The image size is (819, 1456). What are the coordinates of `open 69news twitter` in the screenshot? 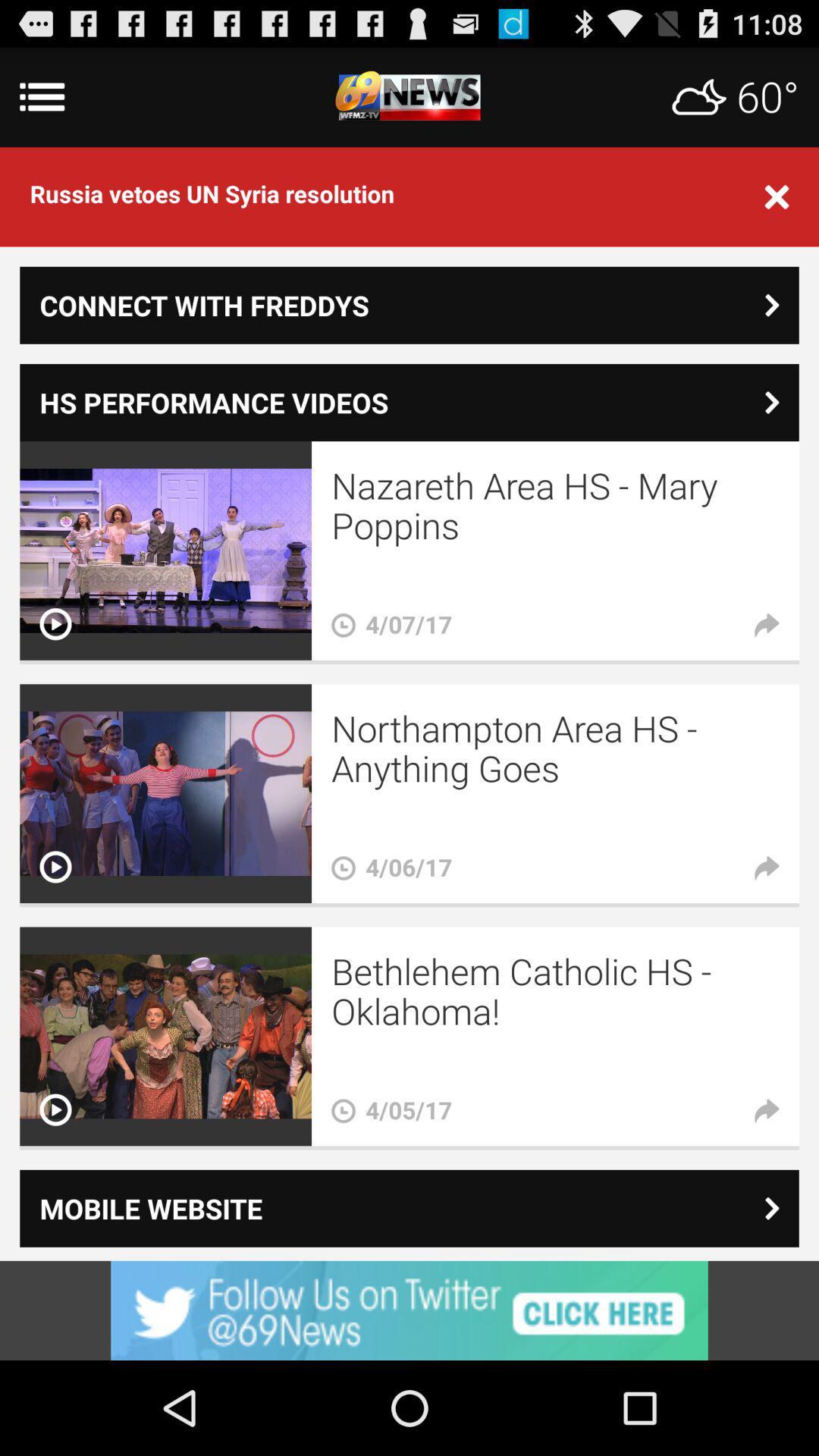 It's located at (409, 1310).